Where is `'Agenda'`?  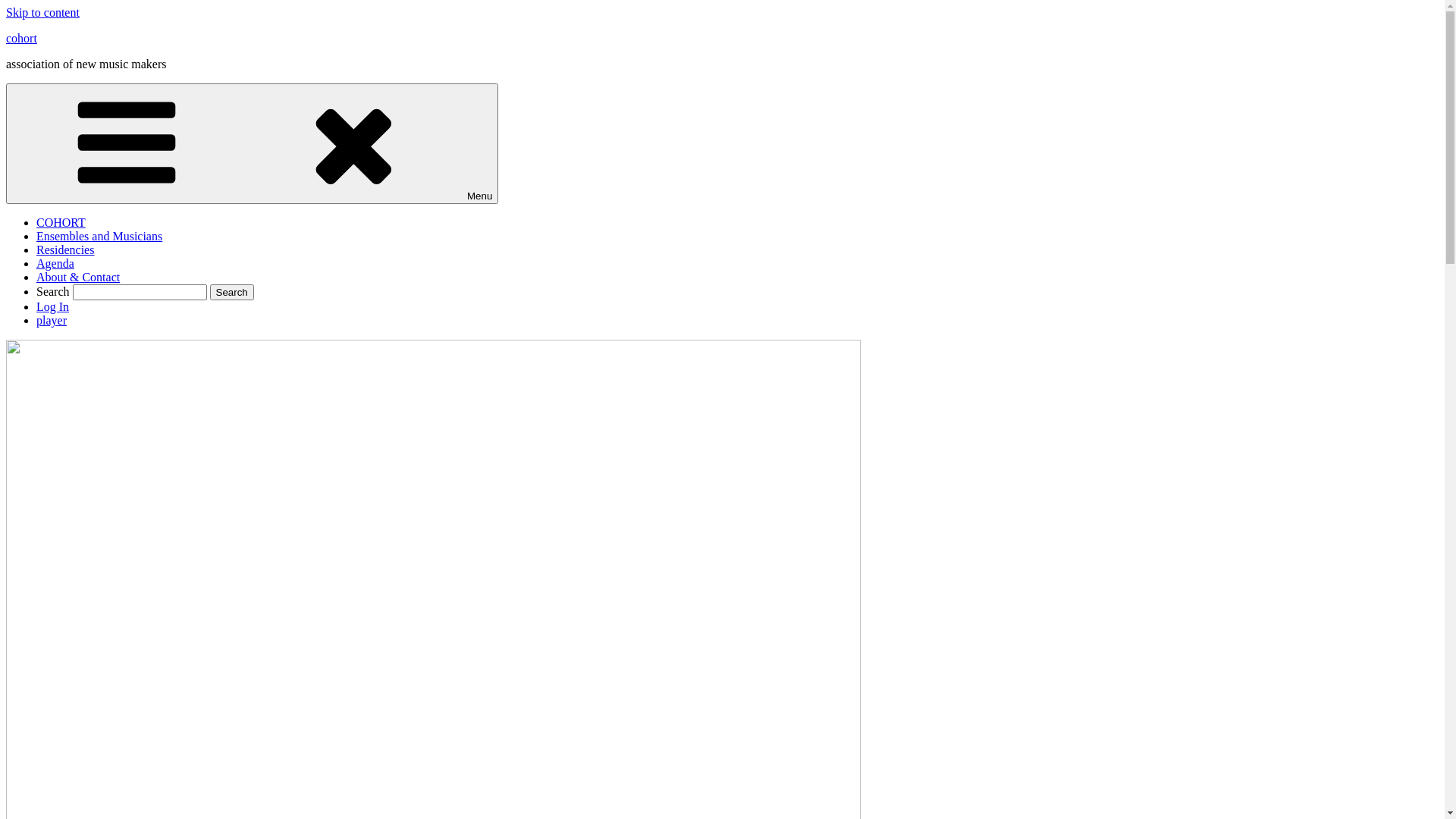
'Agenda' is located at coordinates (55, 262).